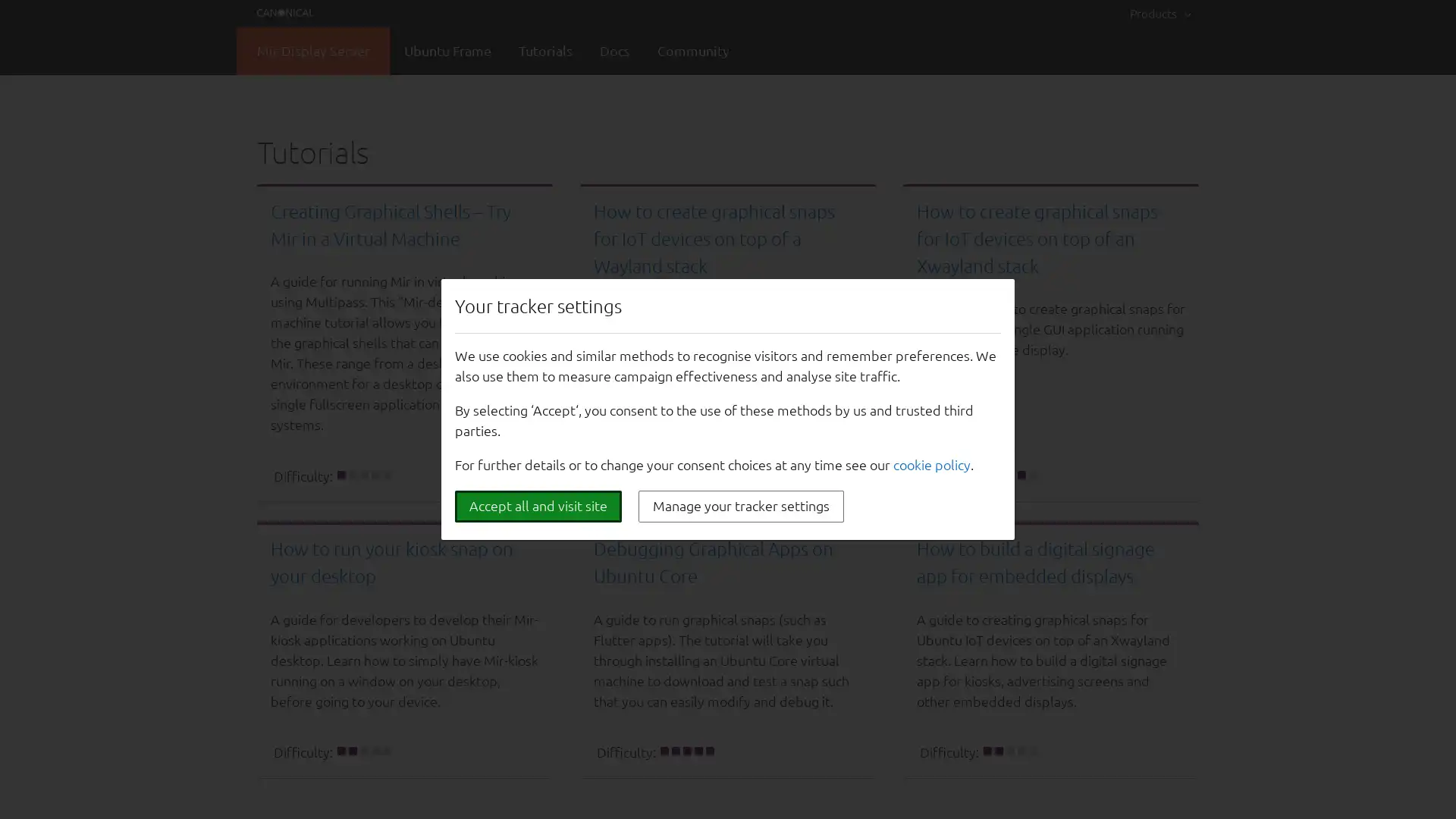 This screenshot has height=819, width=1456. I want to click on Manage your tracker settings, so click(741, 506).